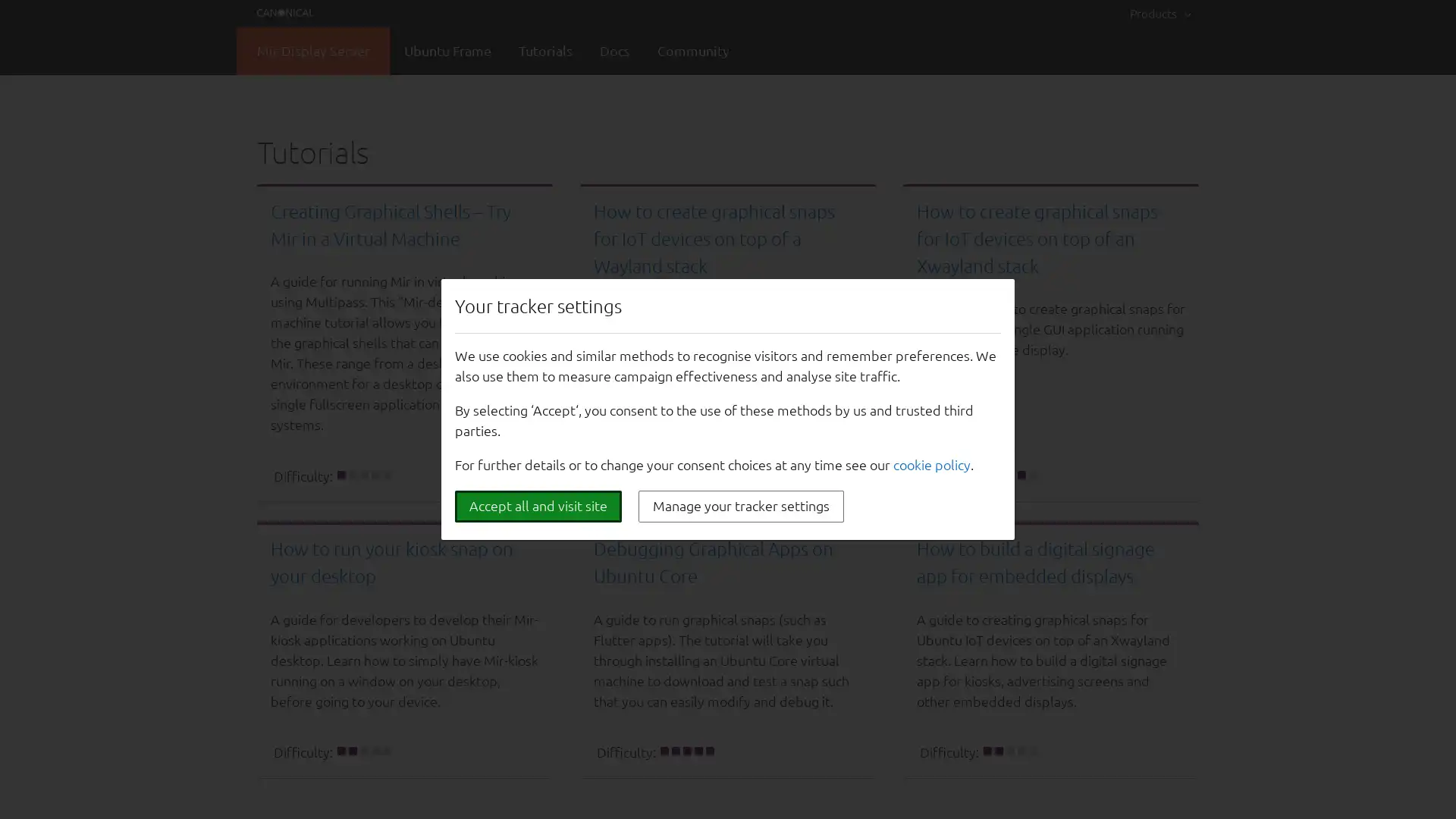 This screenshot has height=819, width=1456. I want to click on Manage your tracker settings, so click(741, 506).